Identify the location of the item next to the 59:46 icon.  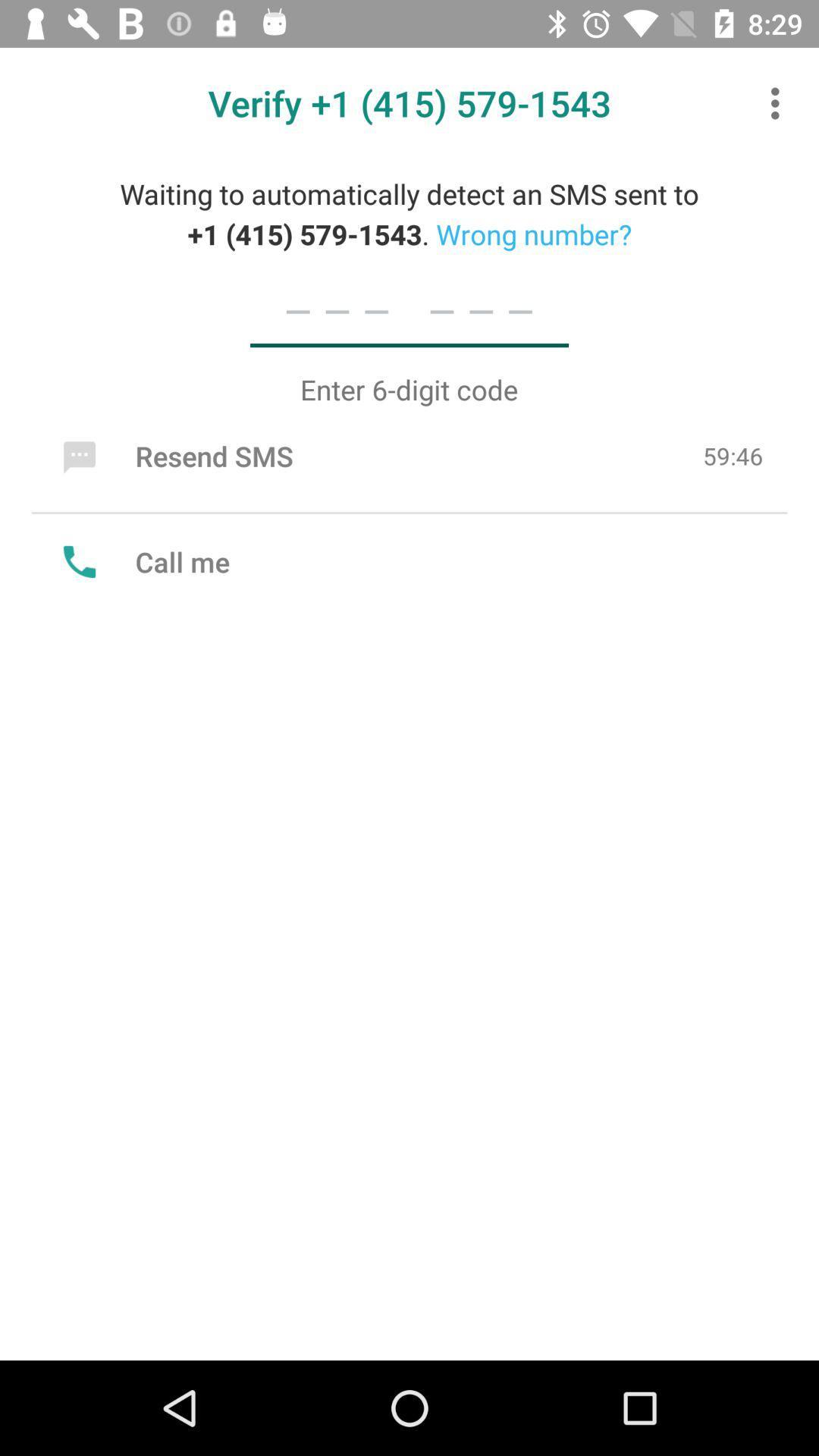
(174, 455).